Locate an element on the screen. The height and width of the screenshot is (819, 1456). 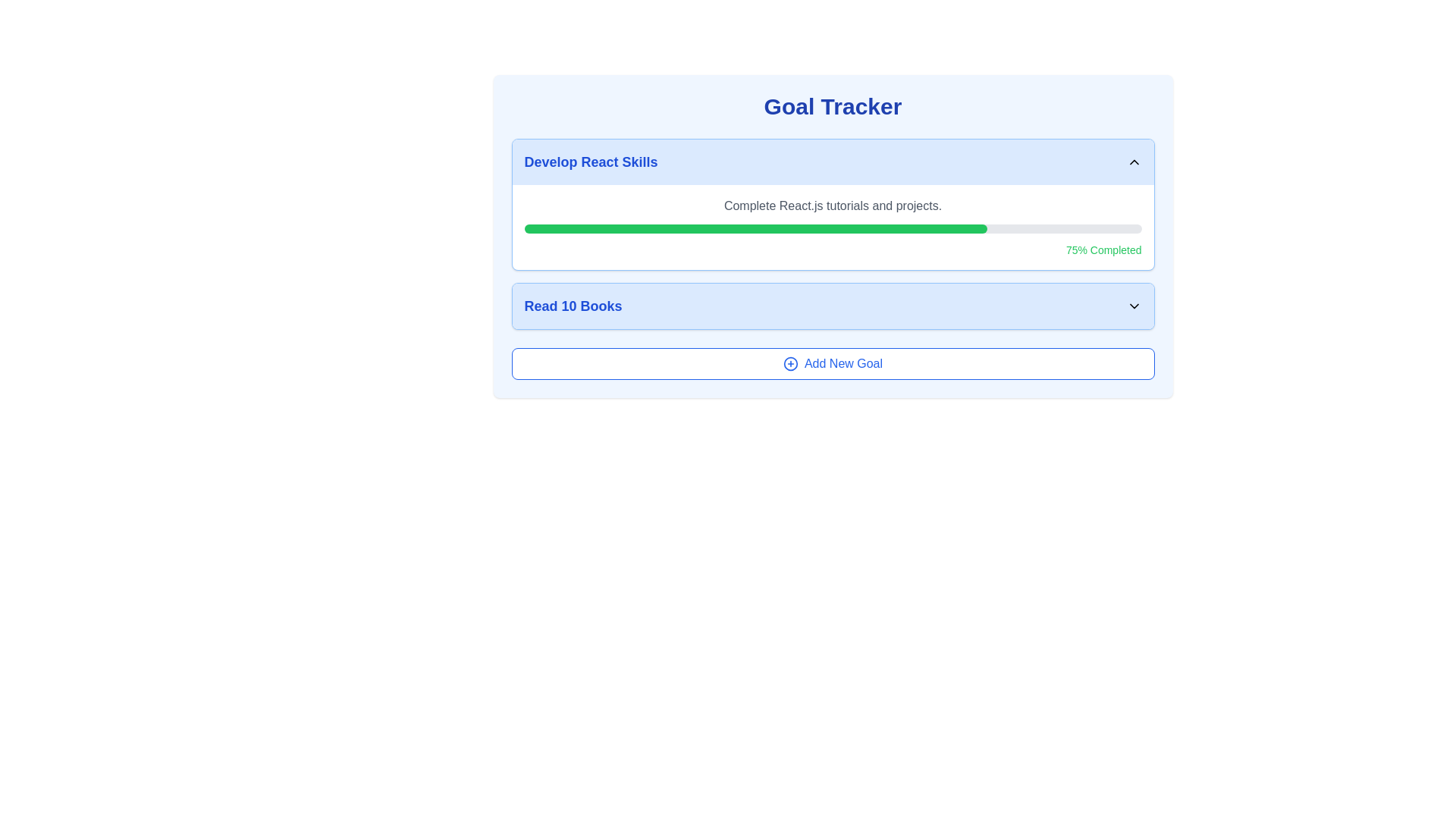
the downward-pointing chevron icon associated with the 'Read 10 Books' section is located at coordinates (1134, 306).